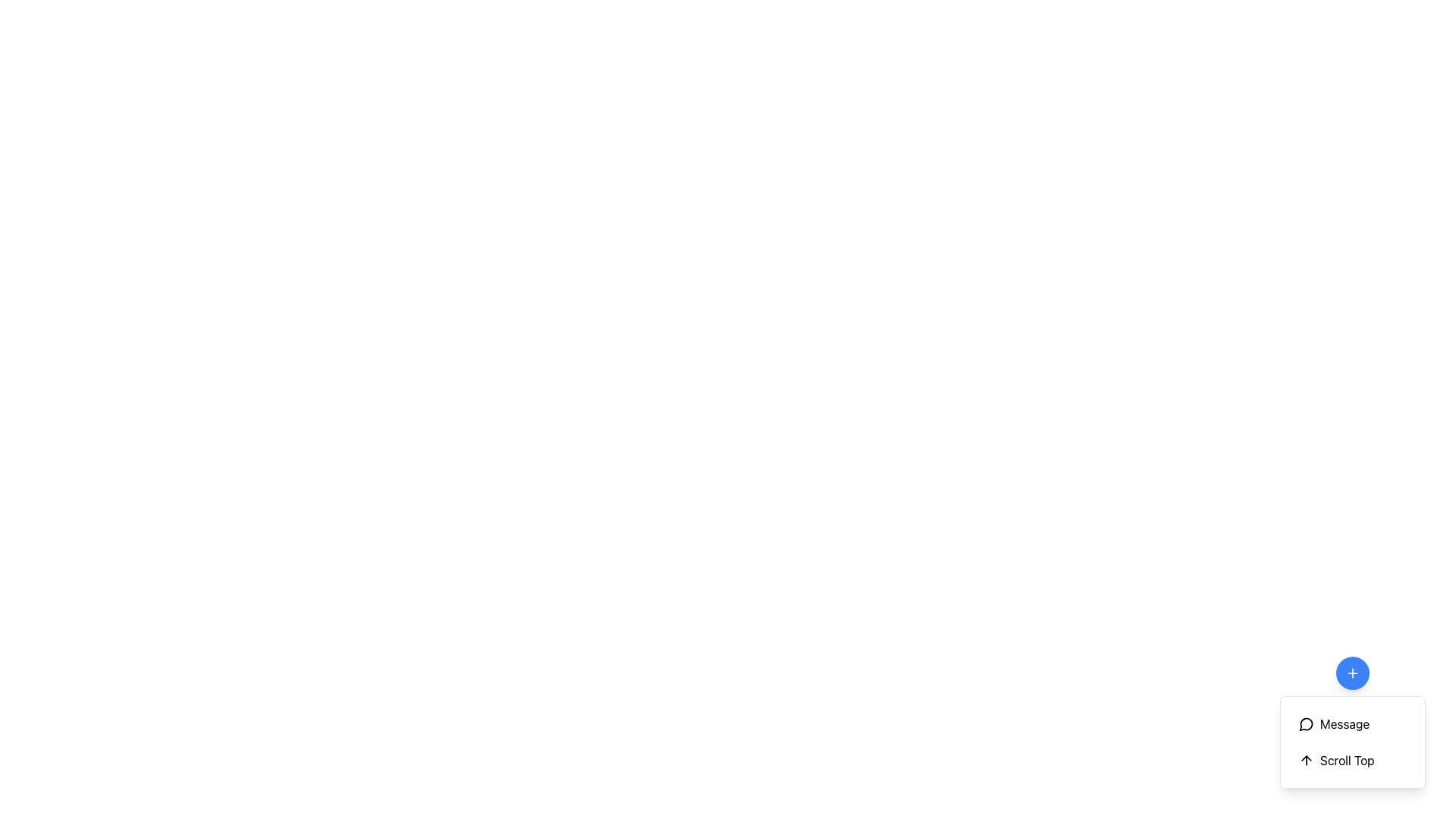 This screenshot has width=1456, height=819. What do you see at coordinates (1353, 760) in the screenshot?
I see `the 'Scroll to Top' button located in the dropdown panel below the 'Message' button` at bounding box center [1353, 760].